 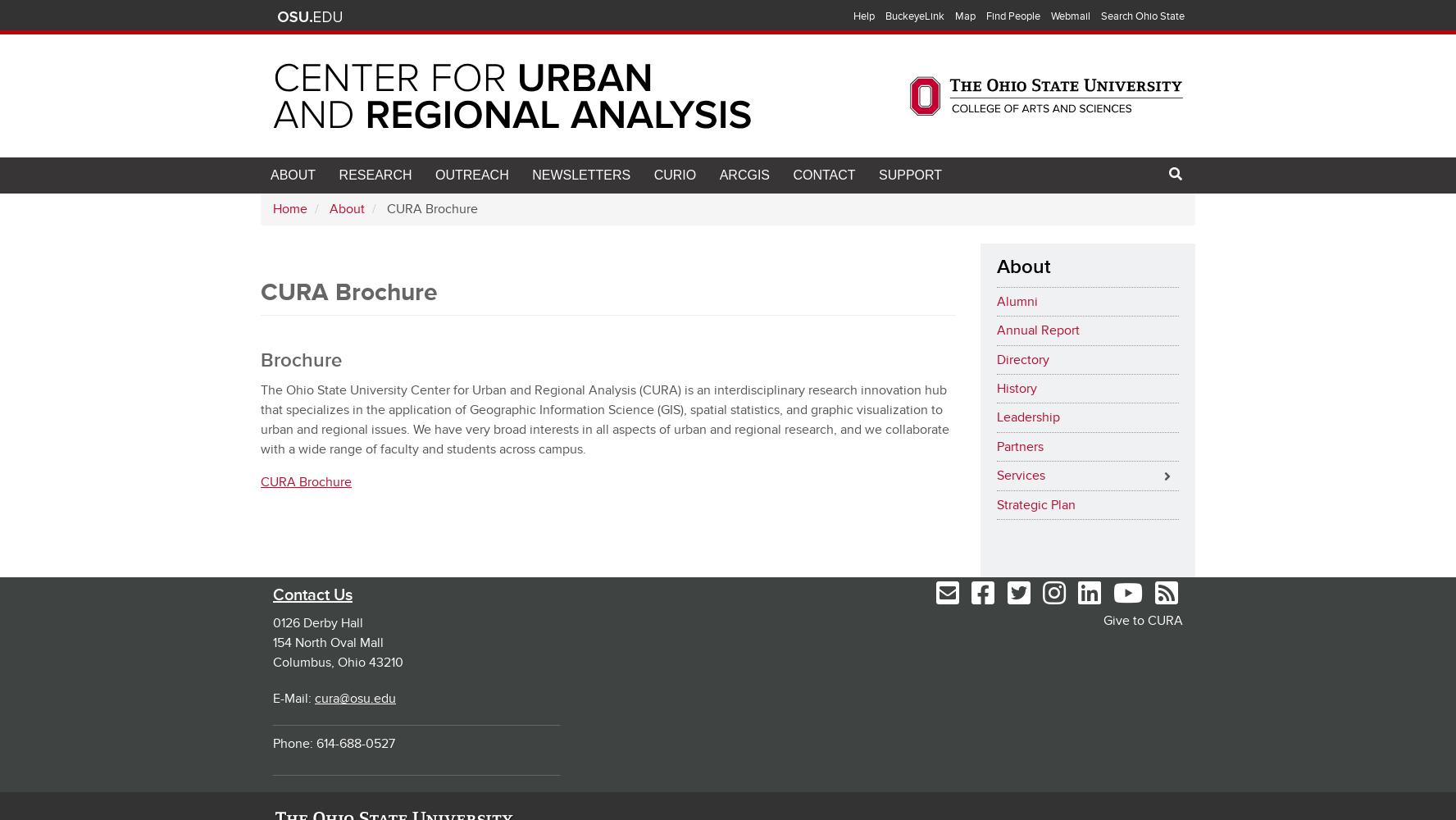 What do you see at coordinates (1021, 359) in the screenshot?
I see `'Directory'` at bounding box center [1021, 359].